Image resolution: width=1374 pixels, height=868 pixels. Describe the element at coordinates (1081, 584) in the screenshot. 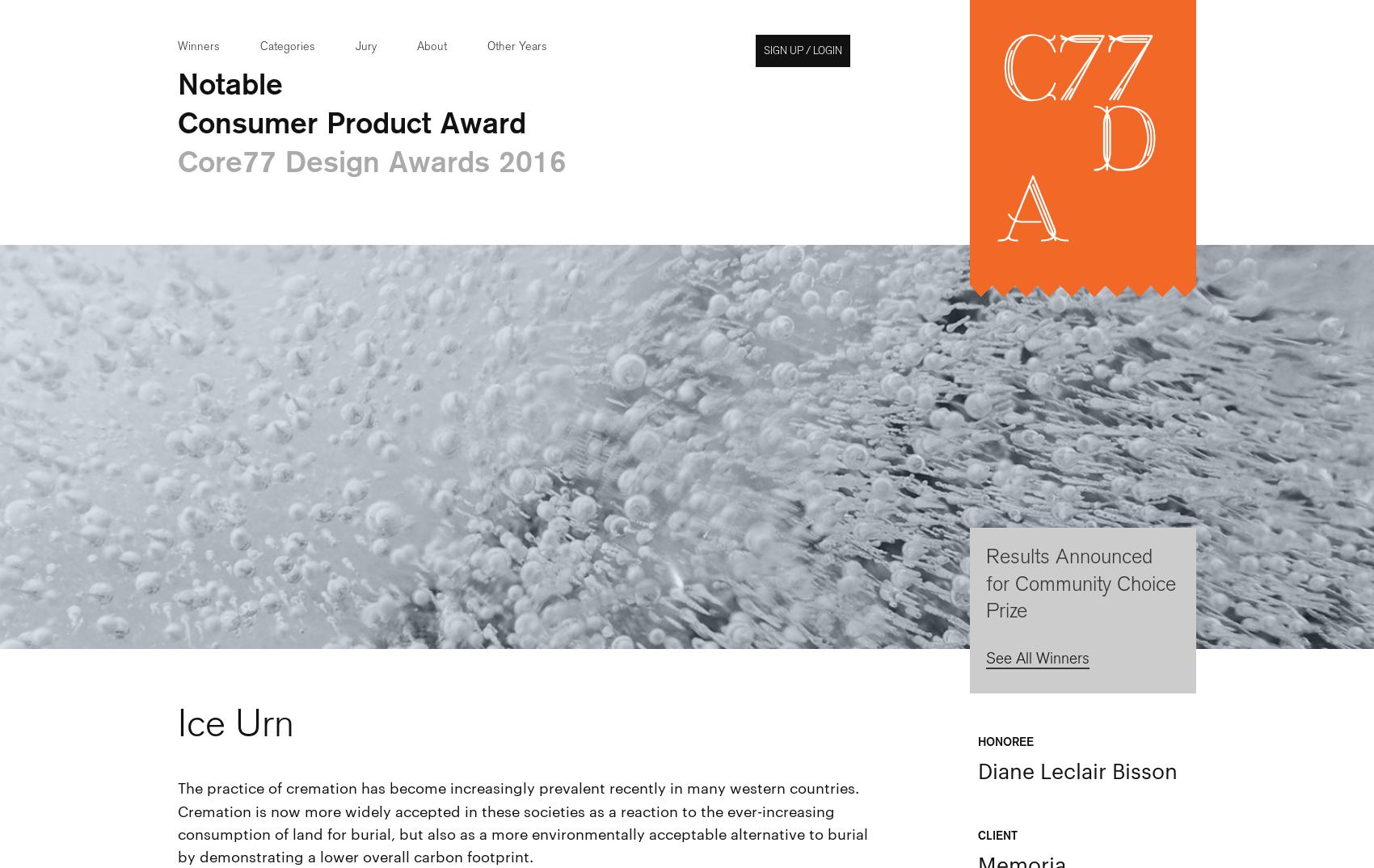

I see `'Results Announced for Community Choice Prize'` at that location.